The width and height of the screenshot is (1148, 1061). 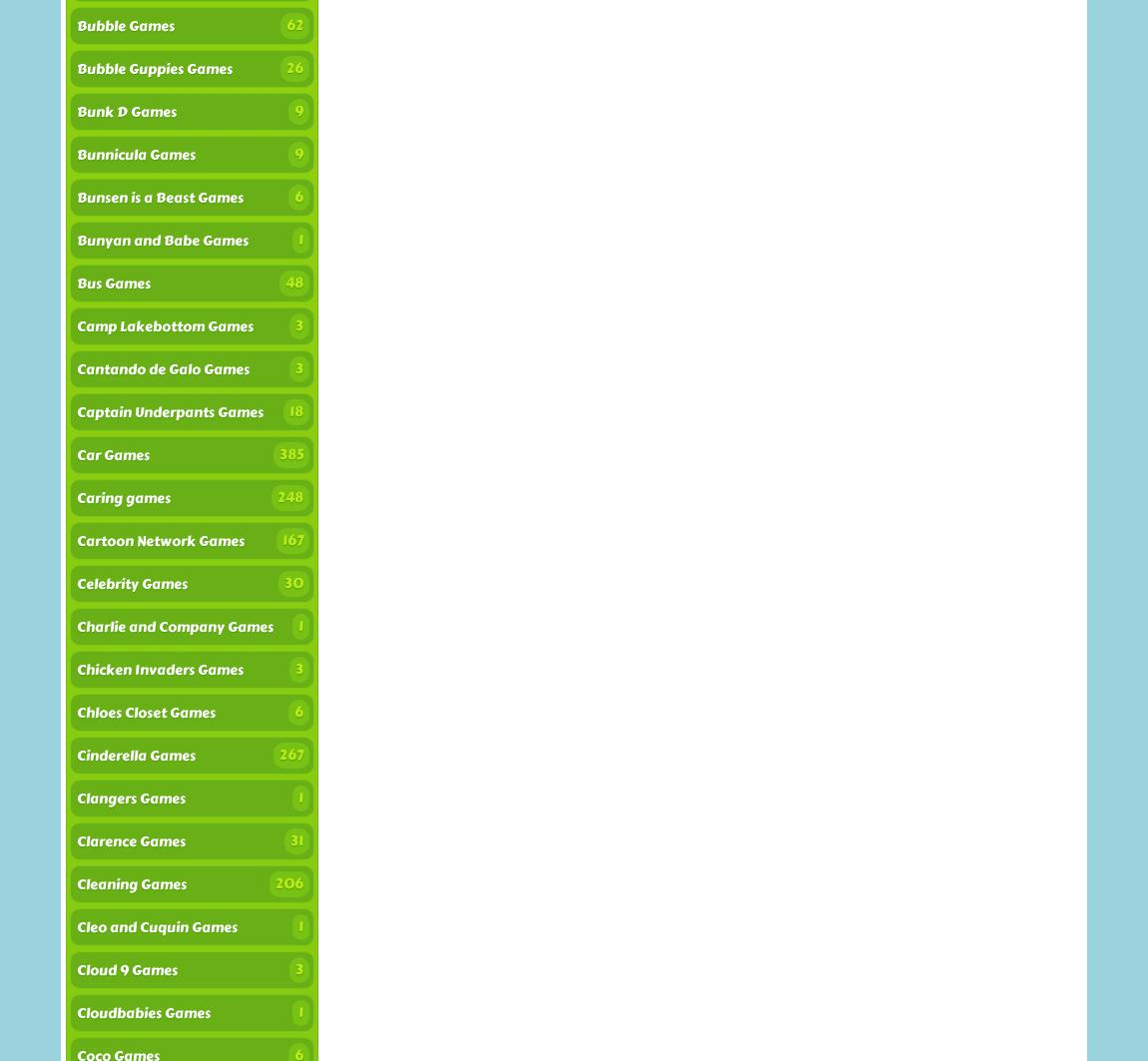 What do you see at coordinates (126, 969) in the screenshot?
I see `'Cloud 9 Games'` at bounding box center [126, 969].